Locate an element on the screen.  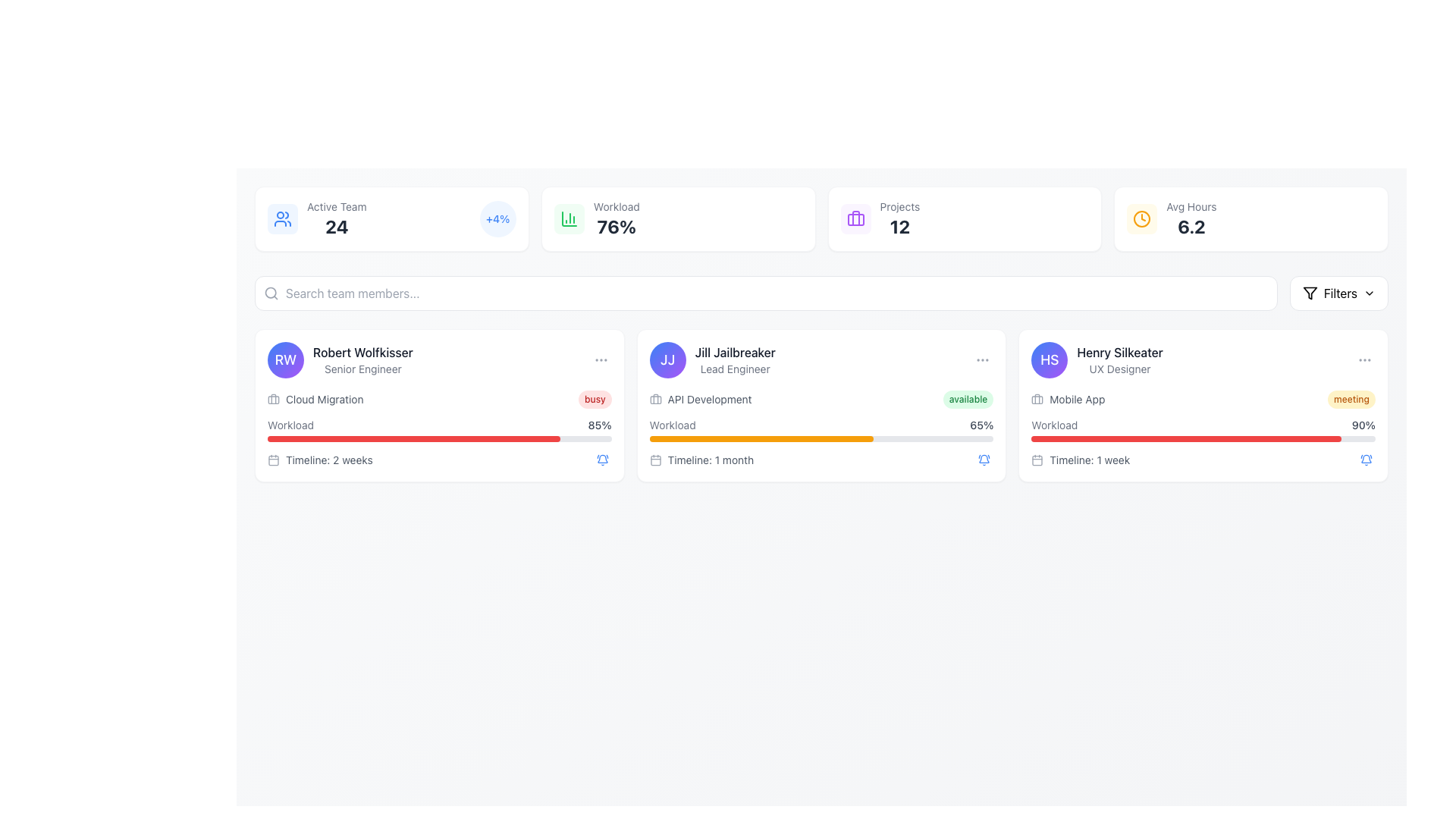
the funnel SVG icon located at the top-right corner of the interface is located at coordinates (1309, 293).